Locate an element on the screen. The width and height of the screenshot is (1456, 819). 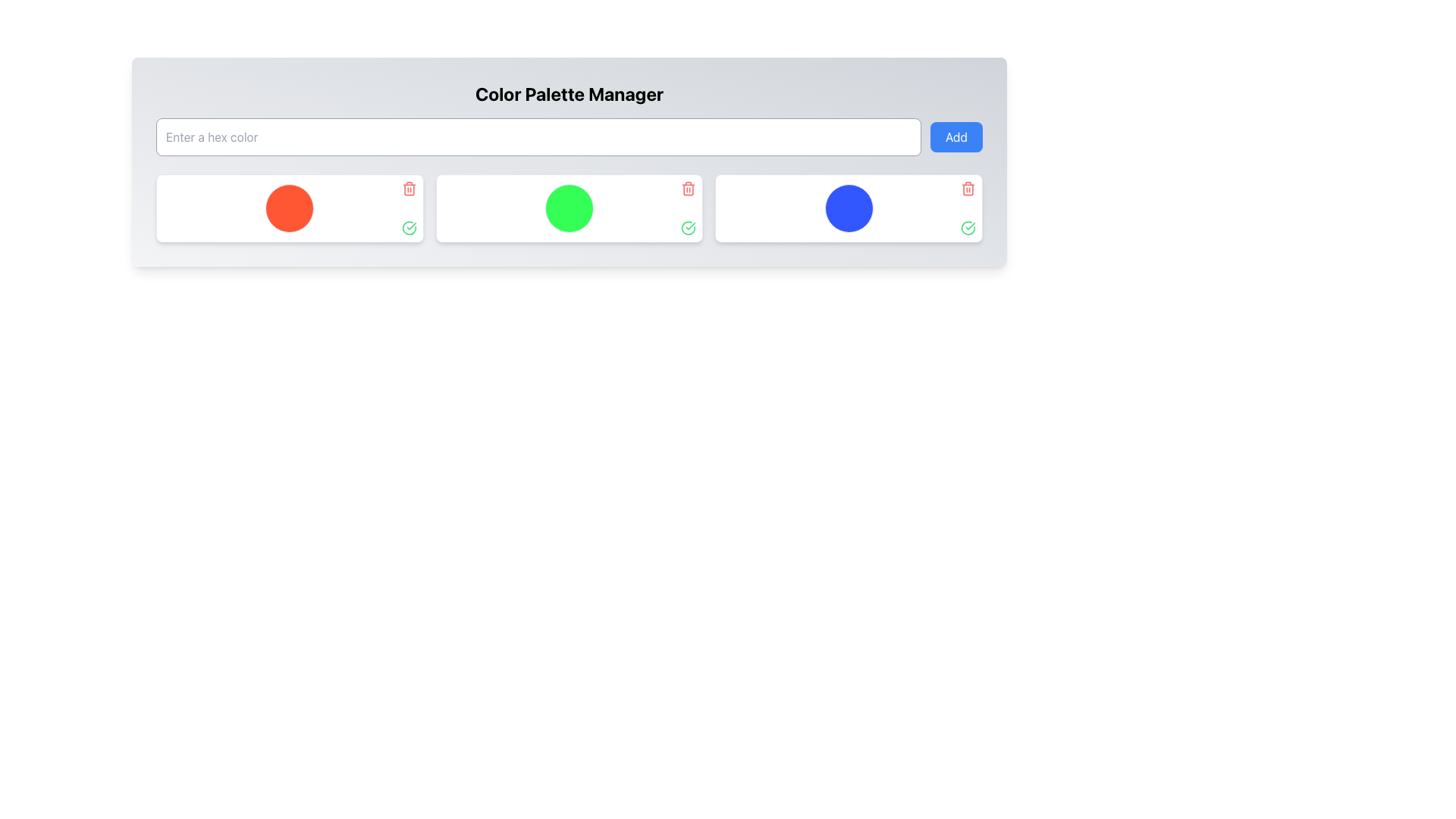
the red trash icon button located at the top-right corner of the white rectangular card, which features a dynamic hover effect that darkens its color is located at coordinates (967, 188).